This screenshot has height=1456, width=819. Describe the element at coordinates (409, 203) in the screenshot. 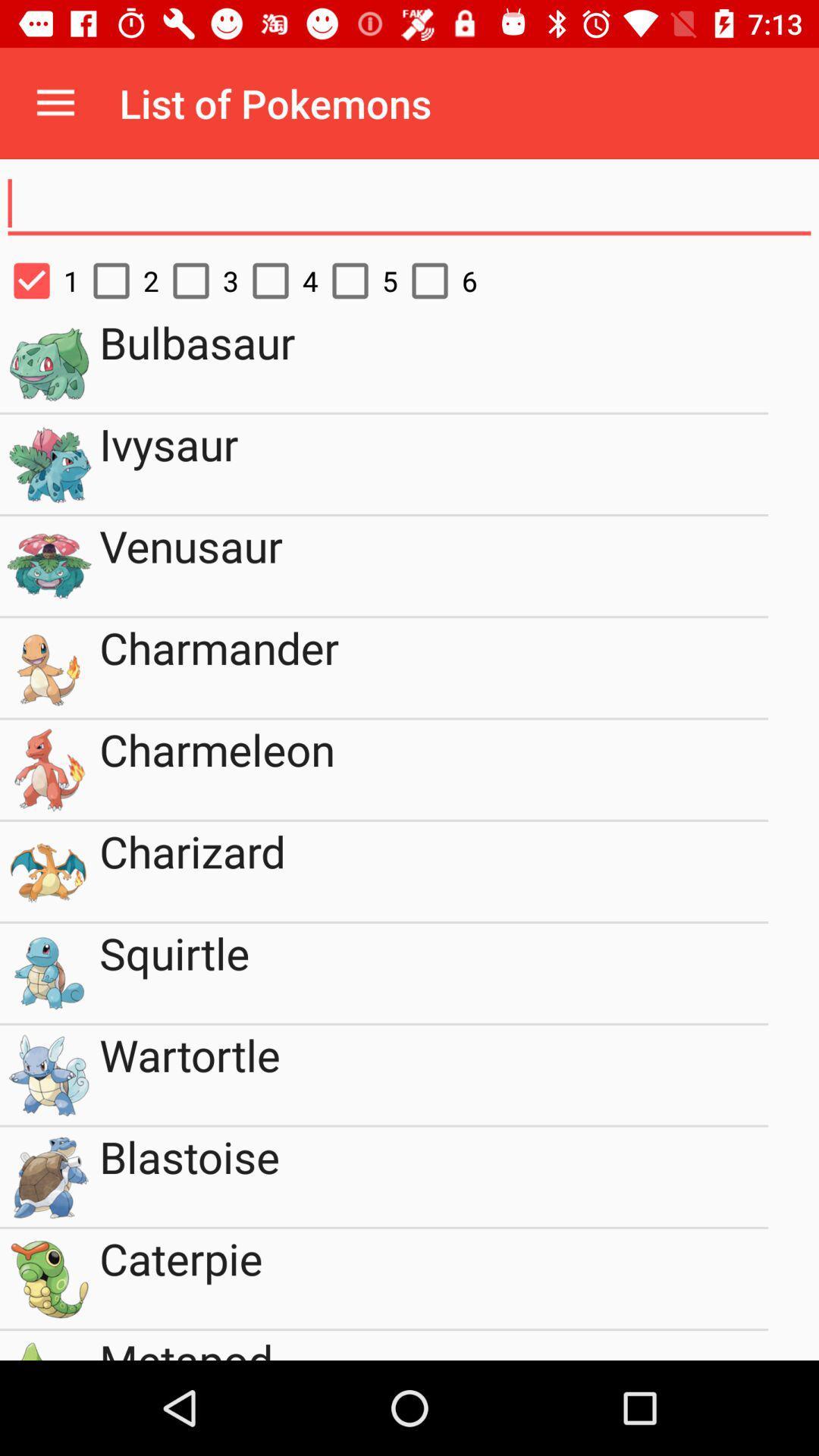

I see `type name` at that location.